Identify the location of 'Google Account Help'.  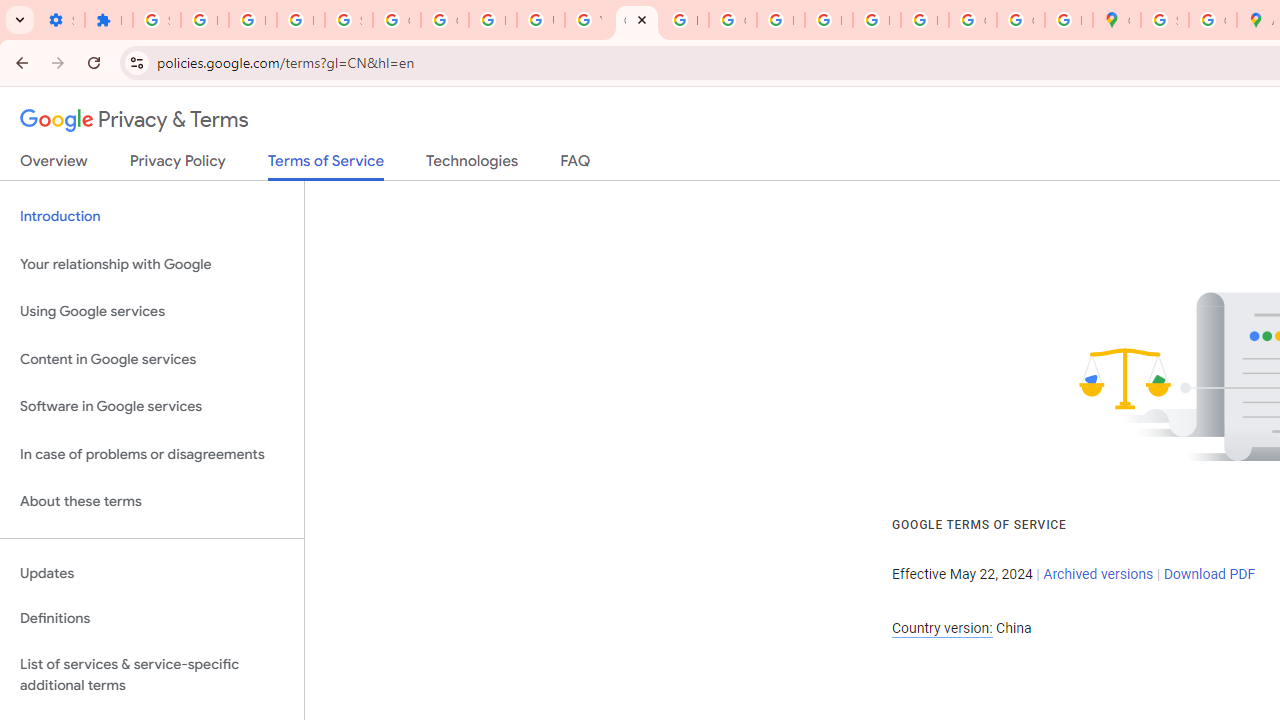
(443, 20).